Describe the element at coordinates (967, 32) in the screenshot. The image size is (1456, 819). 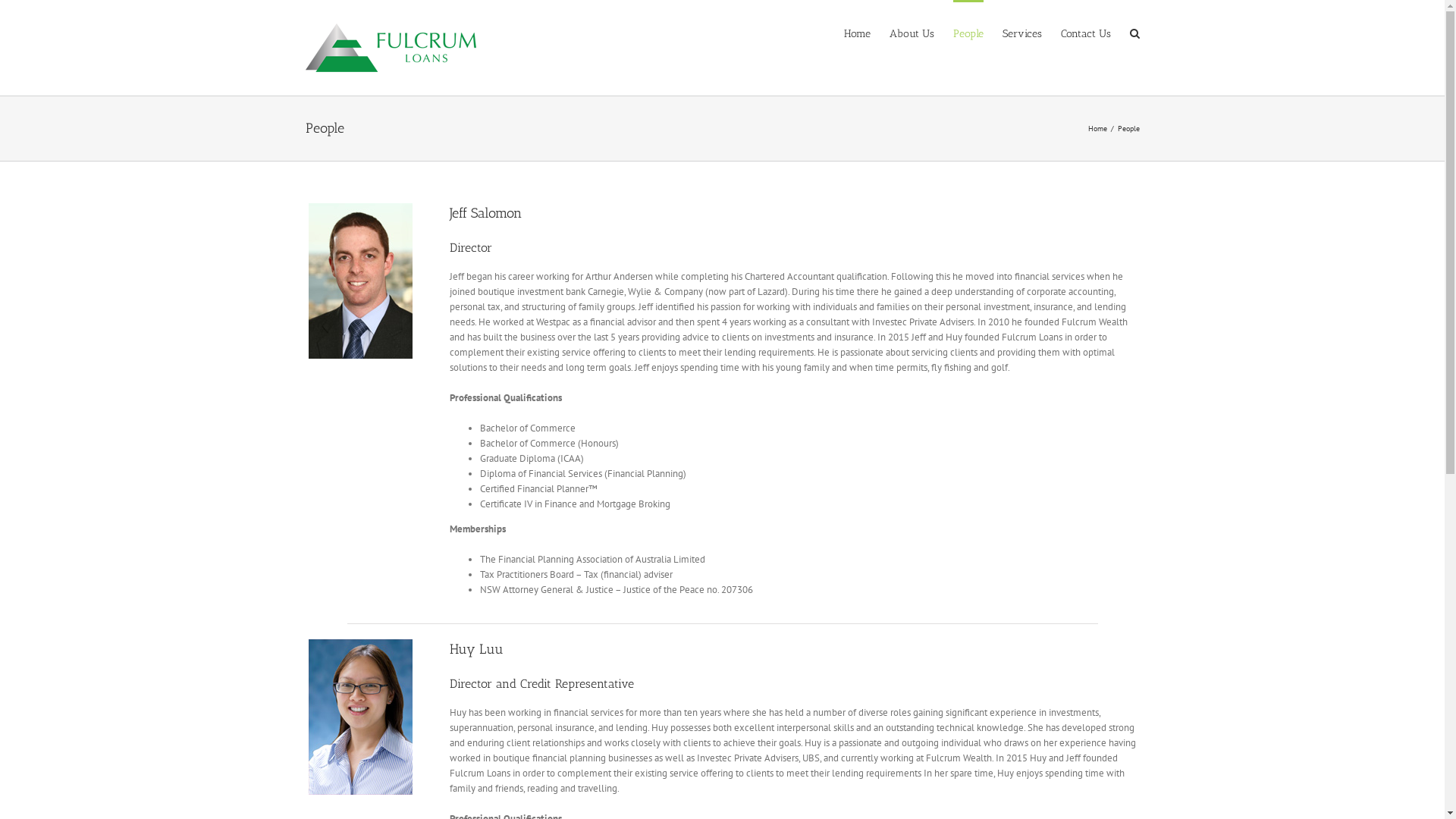
I see `'People'` at that location.